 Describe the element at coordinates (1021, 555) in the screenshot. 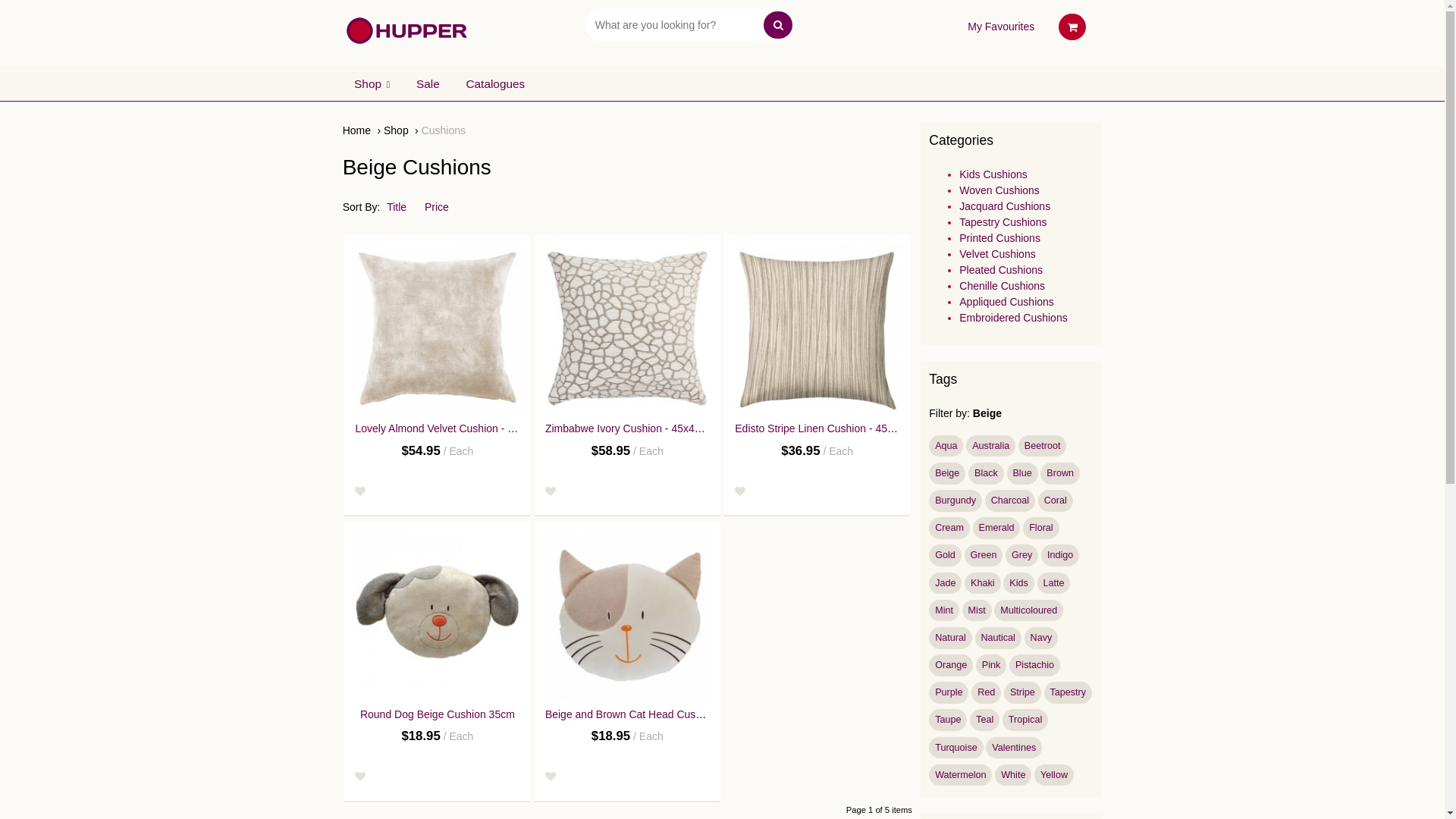

I see `'Grey'` at that location.